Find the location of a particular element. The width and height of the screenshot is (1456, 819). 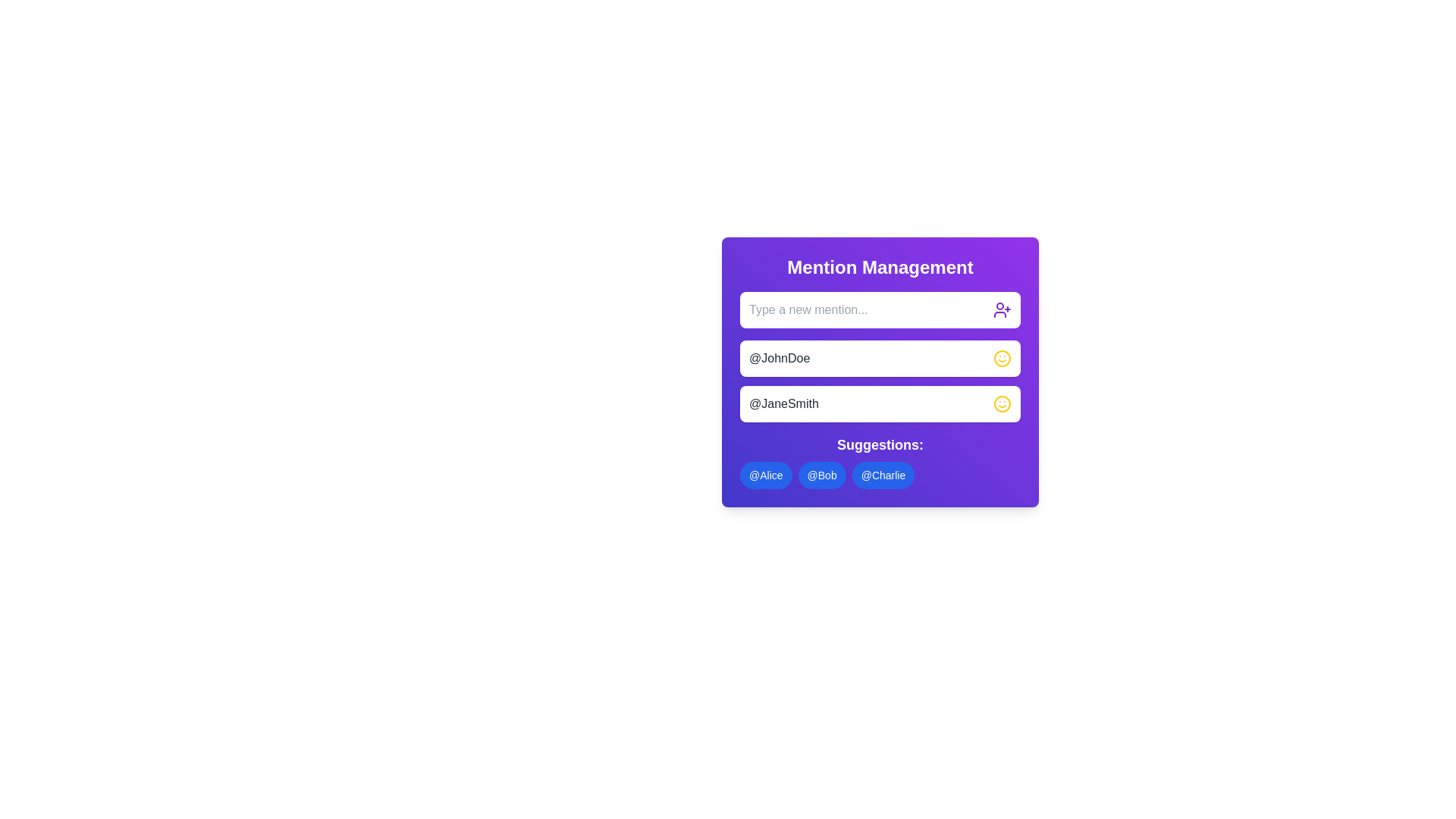

the '@Charlie' button, which is a blue, rounded rectangular button with white text is located at coordinates (883, 475).